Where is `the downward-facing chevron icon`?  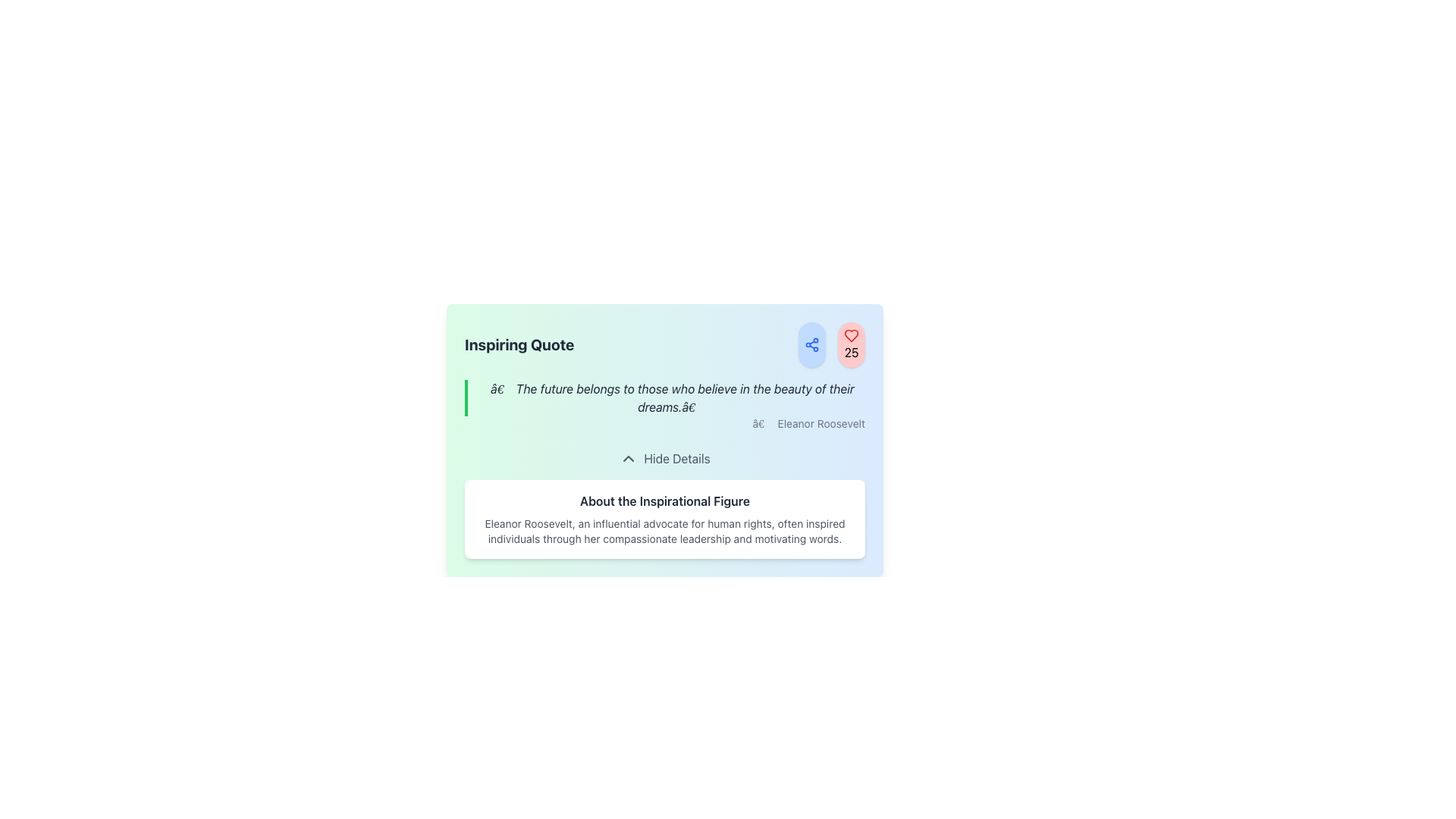 the downward-facing chevron icon is located at coordinates (629, 458).